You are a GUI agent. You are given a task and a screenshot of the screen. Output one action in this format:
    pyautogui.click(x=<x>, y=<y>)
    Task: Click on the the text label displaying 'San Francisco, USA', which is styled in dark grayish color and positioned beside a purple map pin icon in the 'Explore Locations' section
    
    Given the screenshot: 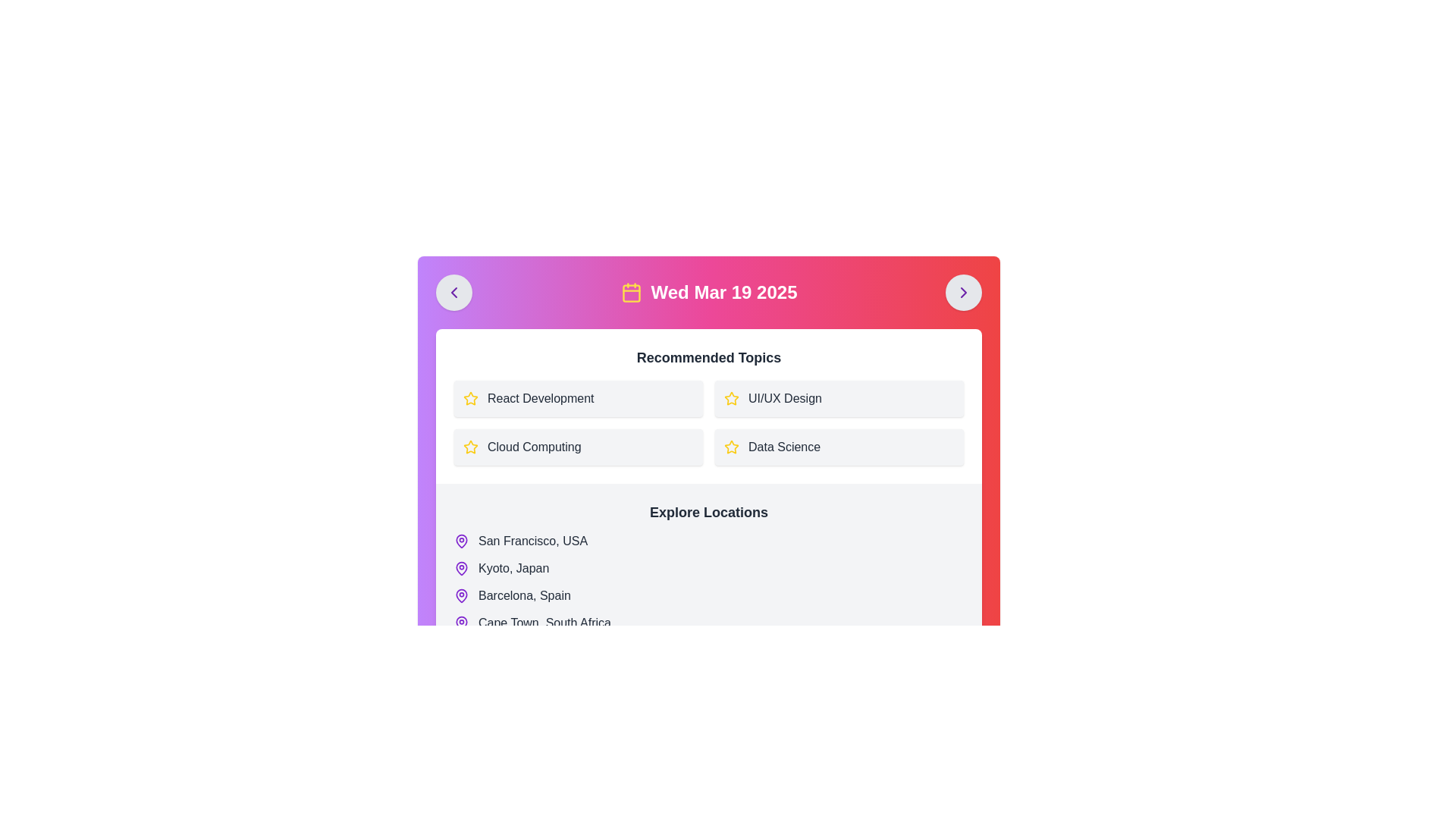 What is the action you would take?
    pyautogui.click(x=533, y=540)
    